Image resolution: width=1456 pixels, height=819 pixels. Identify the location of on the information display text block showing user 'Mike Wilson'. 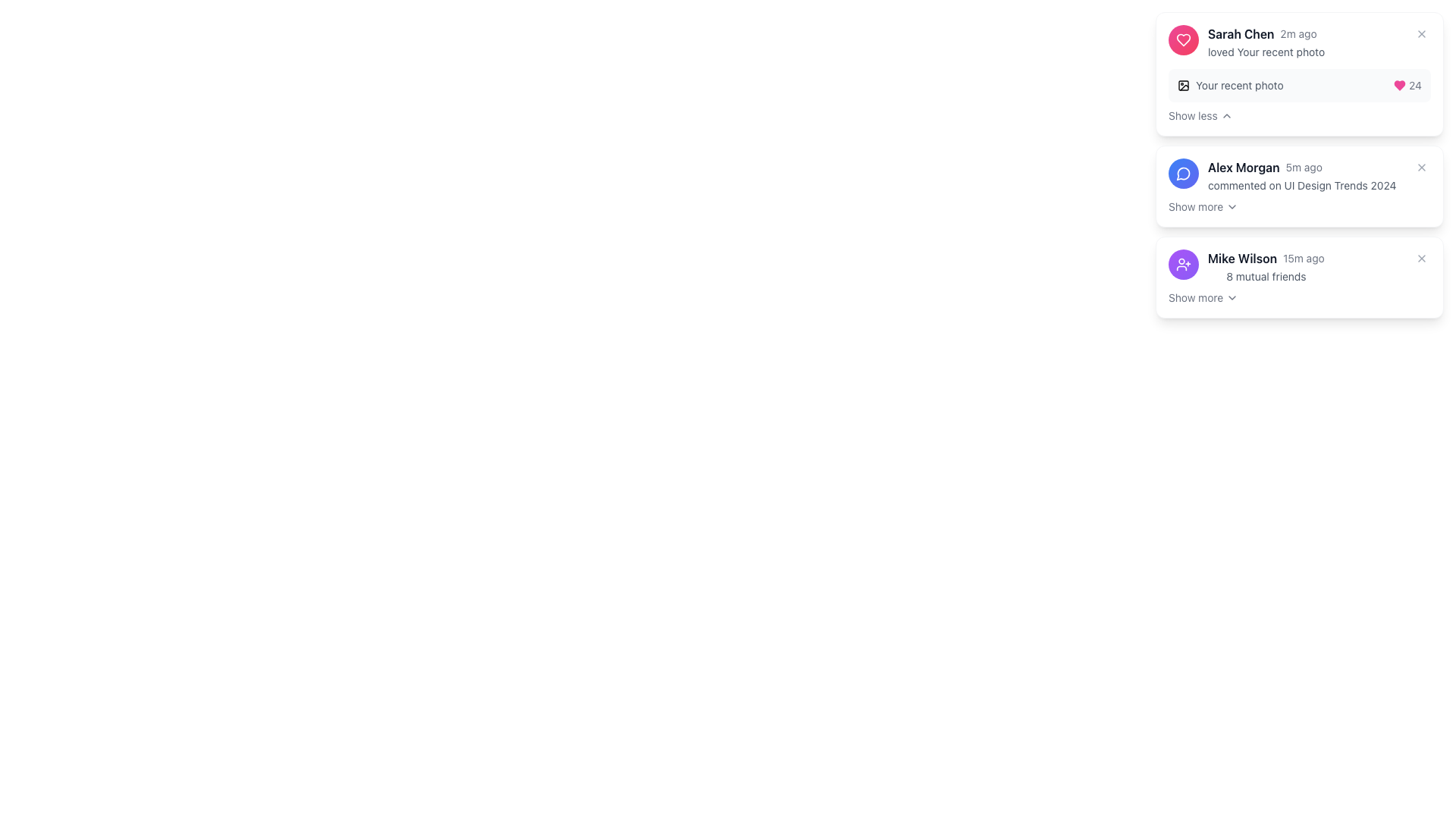
(1266, 265).